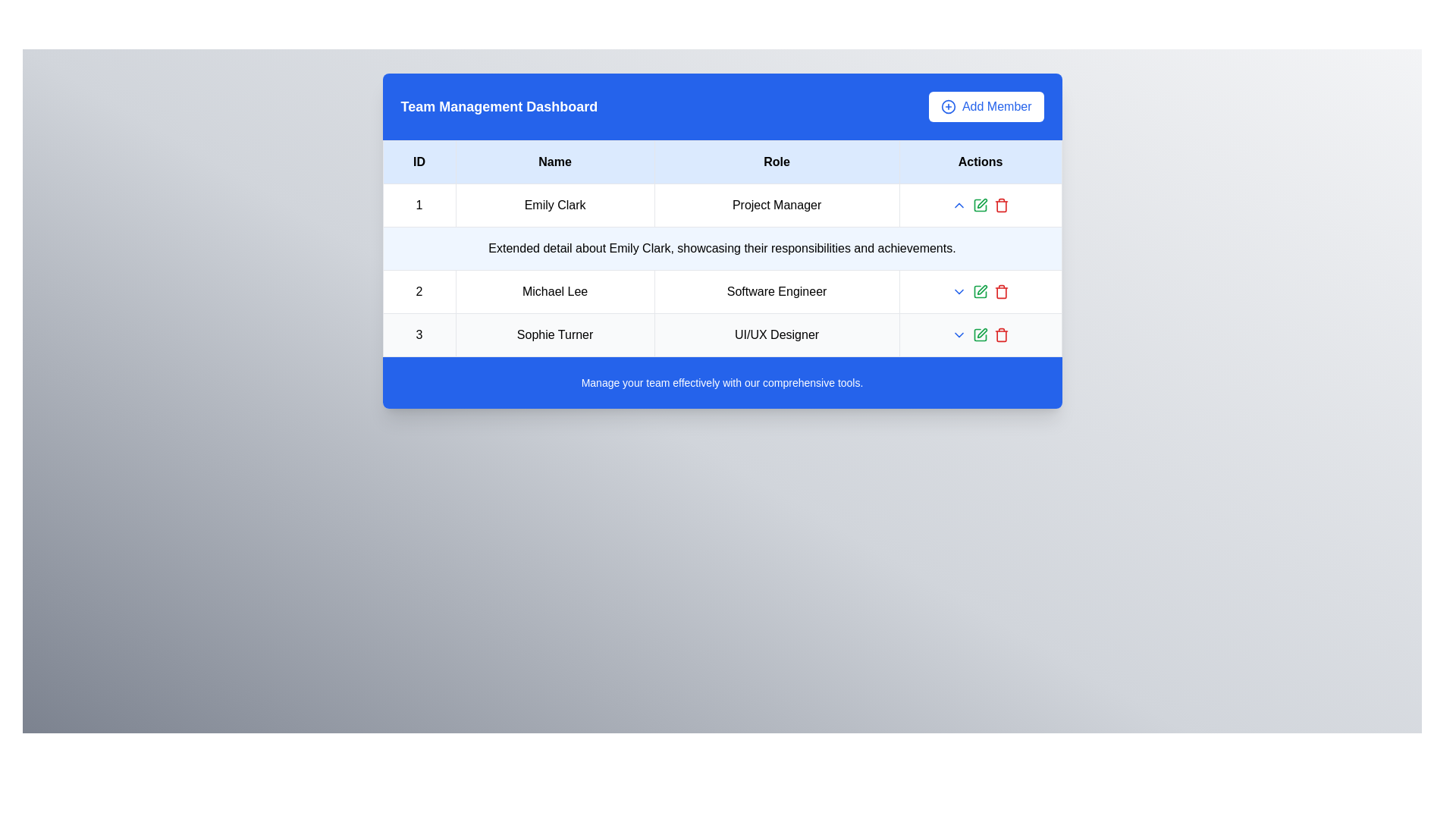 Image resolution: width=1456 pixels, height=819 pixels. I want to click on the text element displaying 'Team Management Dashboard' in a bold, large-sized font on the blue header section, so click(499, 106).